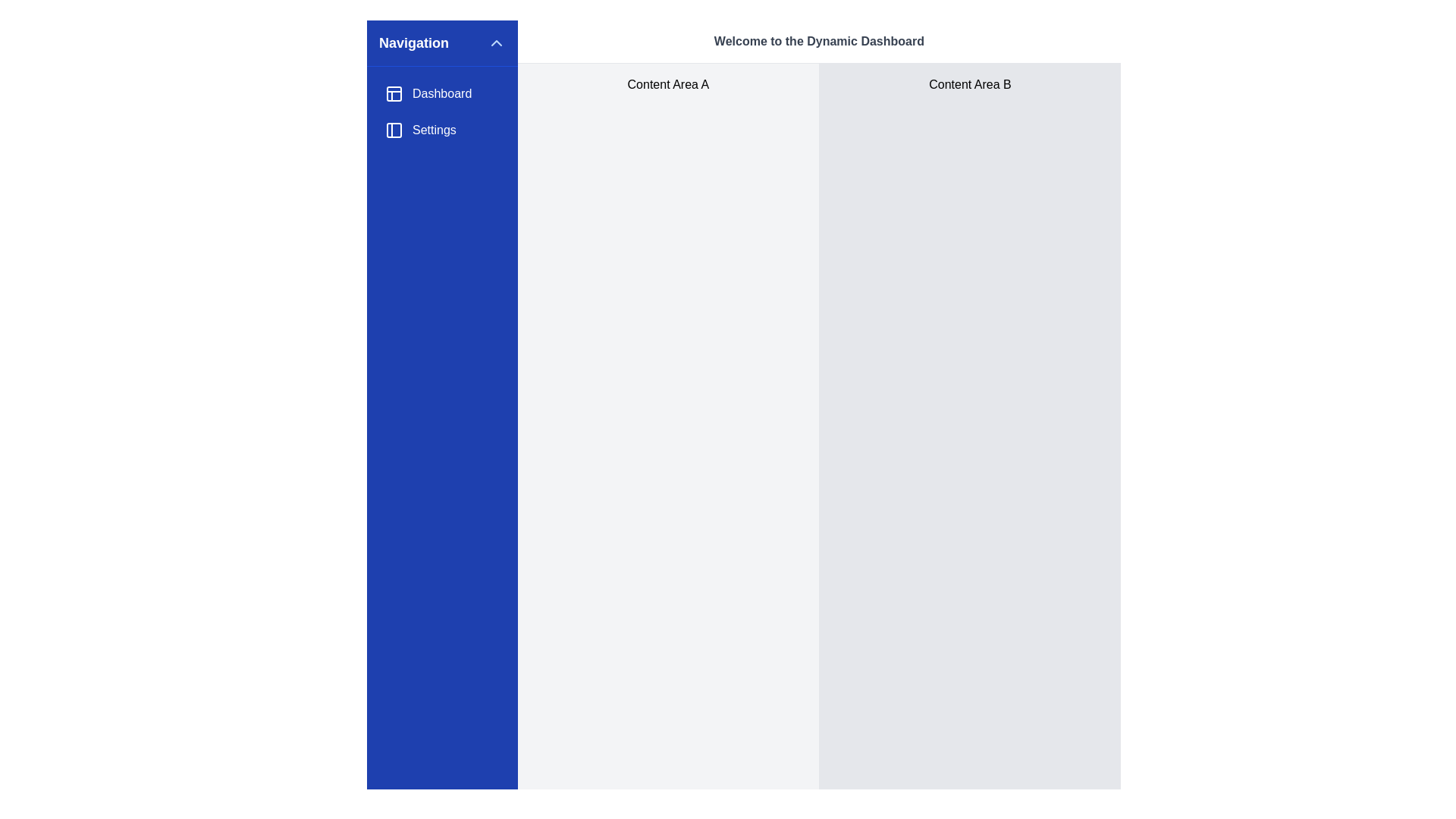 Image resolution: width=1456 pixels, height=819 pixels. I want to click on the 'Navigation' header section at the top of the blue sidebar, so click(441, 42).